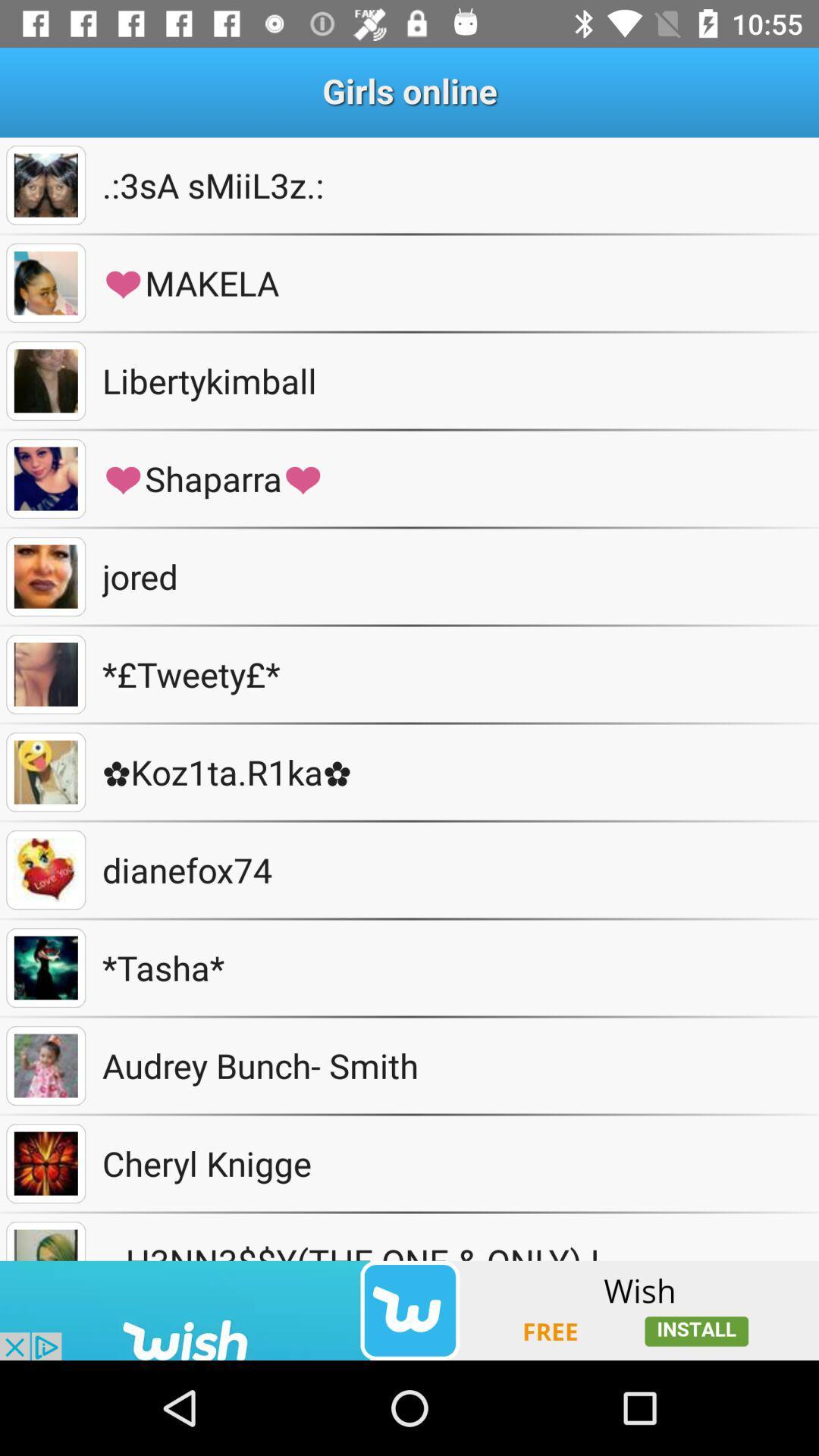 This screenshot has width=819, height=1456. Describe the element at coordinates (45, 283) in the screenshot. I see `whats app page` at that location.